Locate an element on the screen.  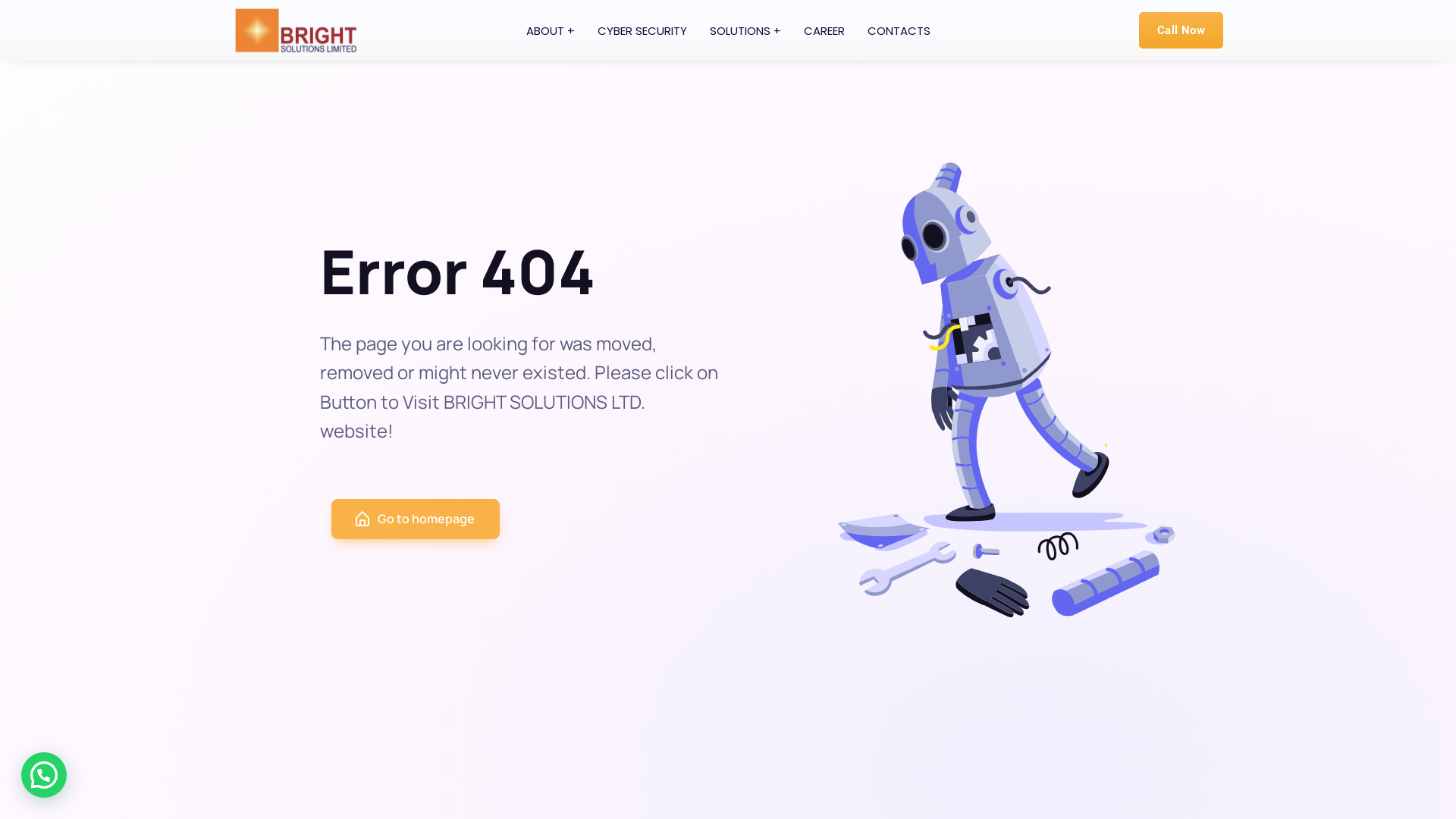
'Bright-Logo-2' is located at coordinates (295, 30).